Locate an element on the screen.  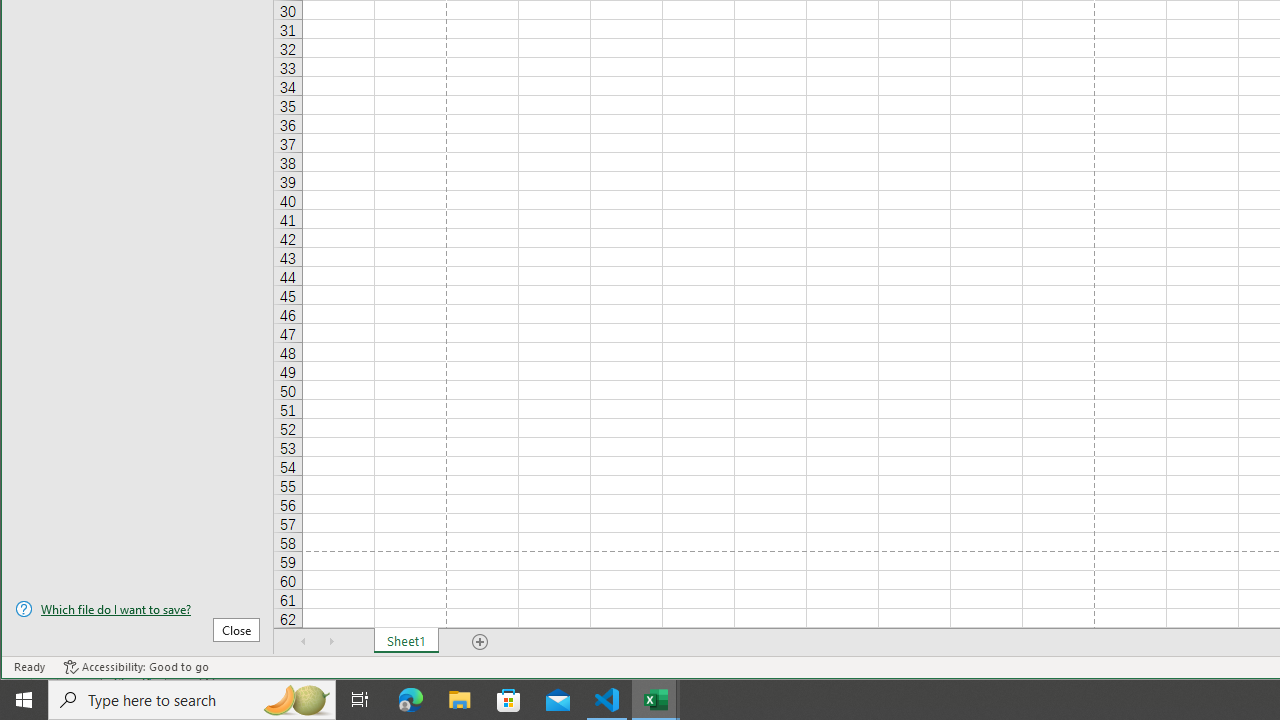
'Type here to search' is located at coordinates (192, 698).